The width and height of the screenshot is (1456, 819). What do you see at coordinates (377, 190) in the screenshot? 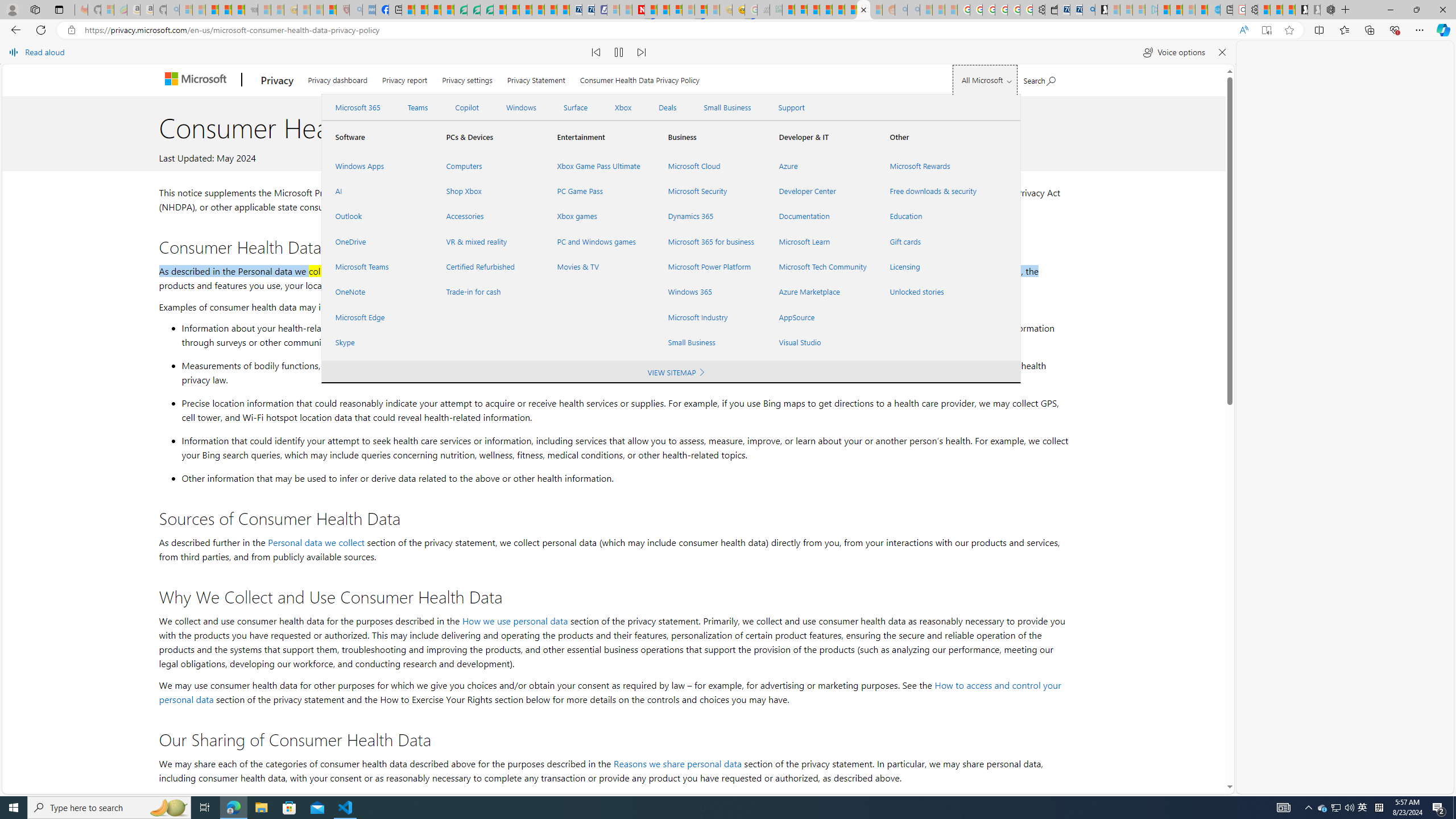
I see `'AI'` at bounding box center [377, 190].